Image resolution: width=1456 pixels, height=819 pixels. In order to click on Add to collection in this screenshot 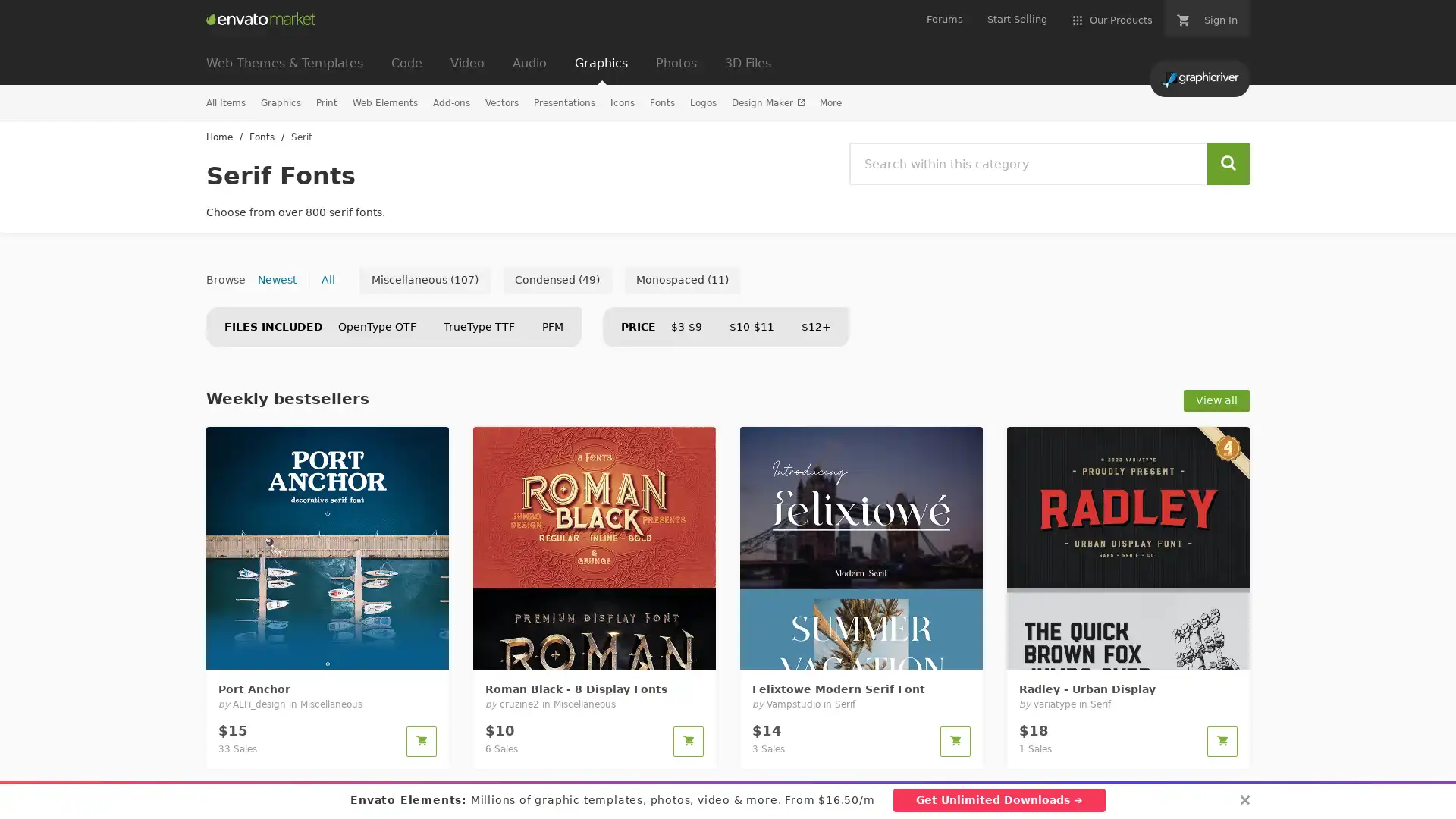, I will do `click(1189, 648)`.